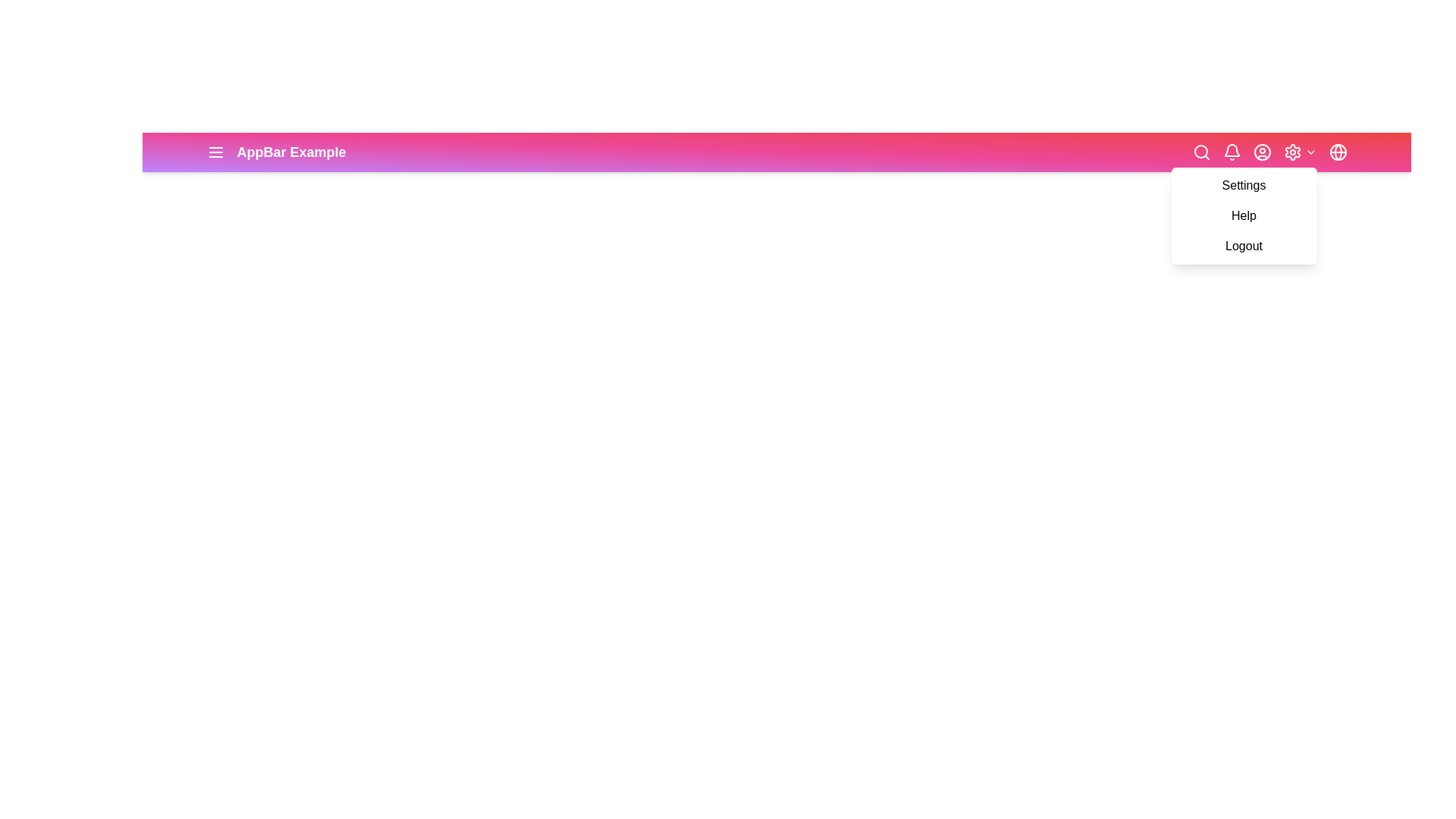 This screenshot has height=819, width=1456. What do you see at coordinates (1291, 152) in the screenshot?
I see `the settings button to open the dropdown menu` at bounding box center [1291, 152].